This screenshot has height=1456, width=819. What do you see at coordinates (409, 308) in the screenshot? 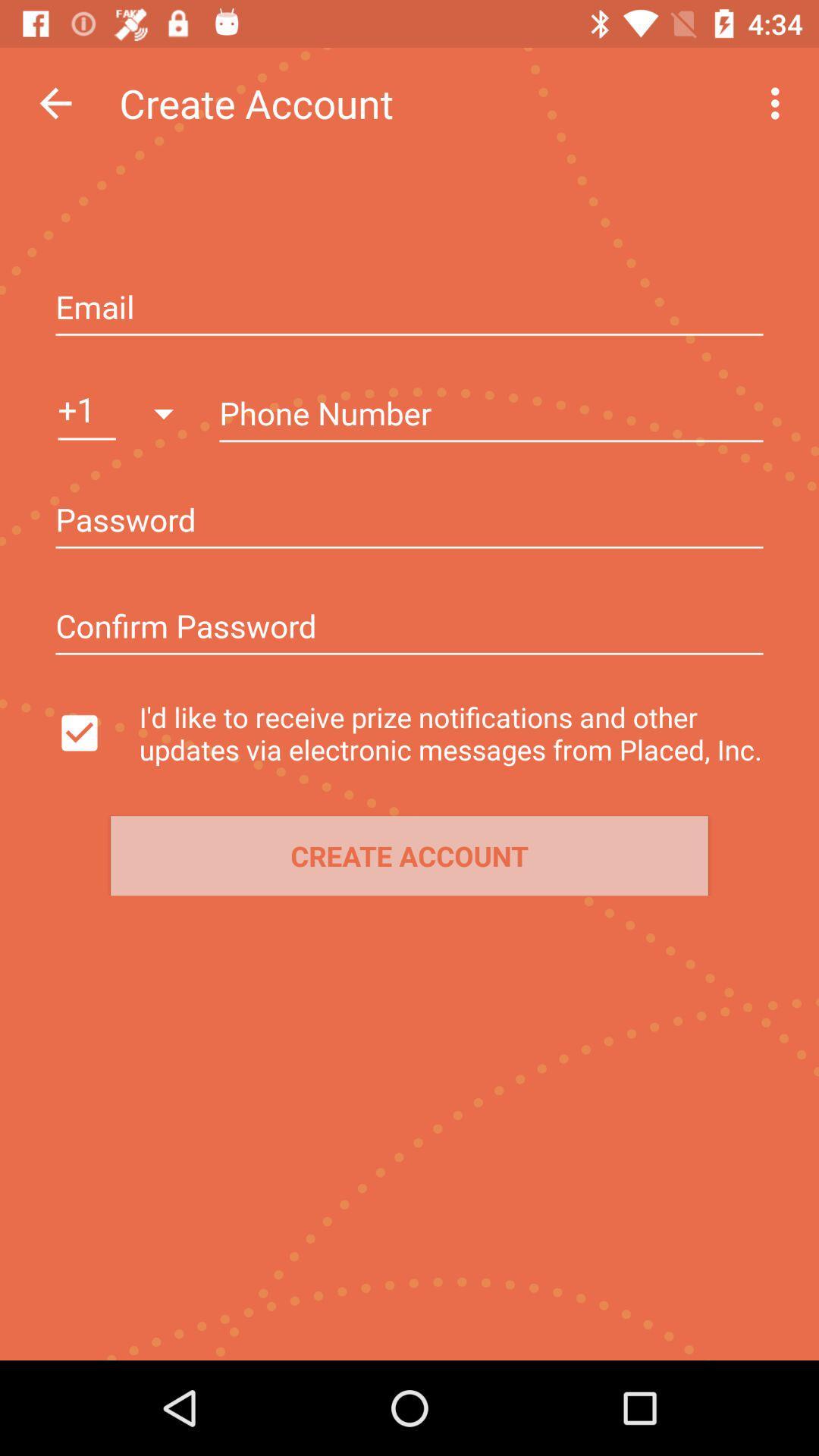
I see `email` at bounding box center [409, 308].